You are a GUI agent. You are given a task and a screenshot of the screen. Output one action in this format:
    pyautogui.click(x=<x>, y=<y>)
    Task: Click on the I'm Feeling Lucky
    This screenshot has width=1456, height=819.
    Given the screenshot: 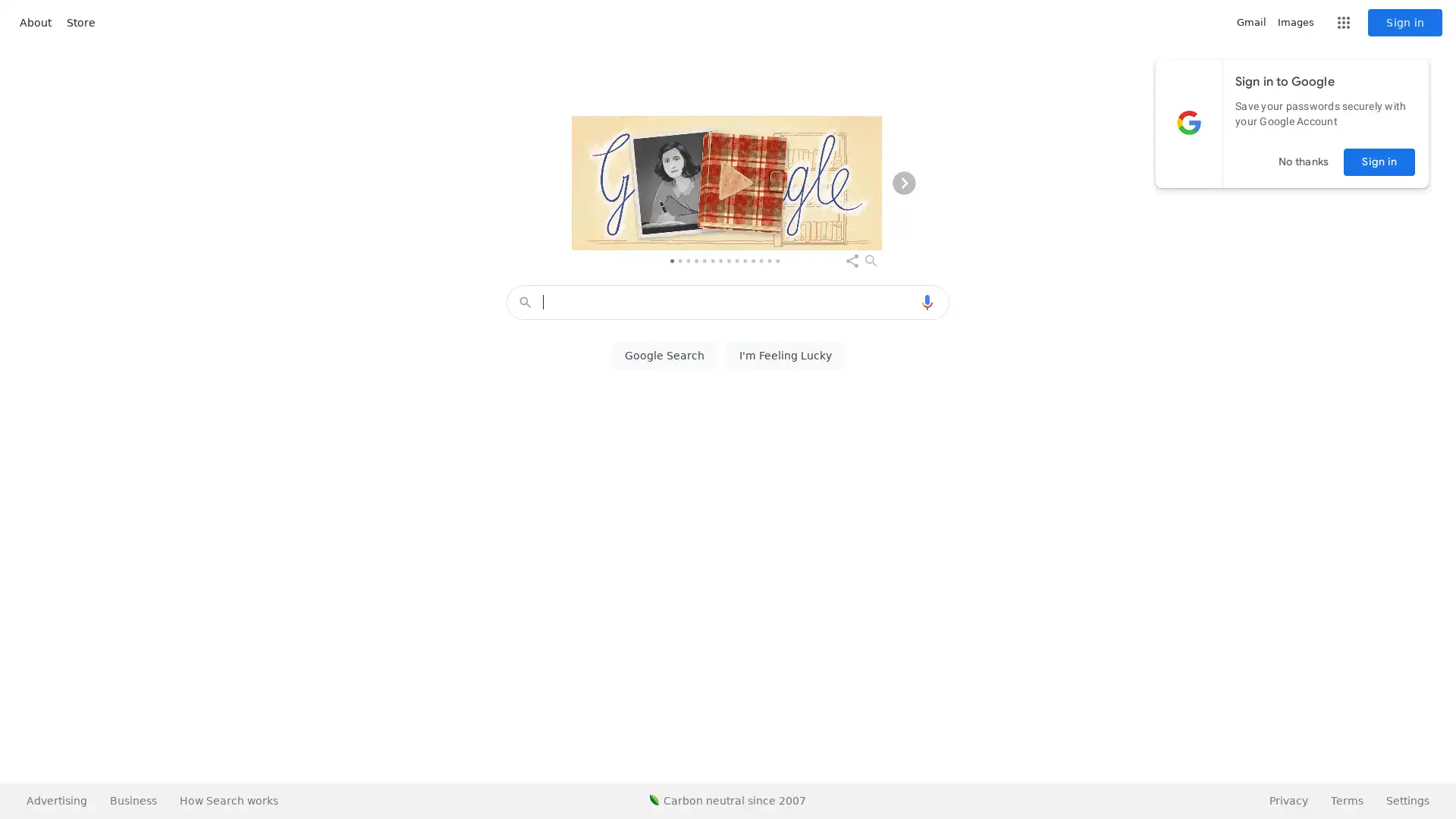 What is the action you would take?
    pyautogui.click(x=785, y=356)
    